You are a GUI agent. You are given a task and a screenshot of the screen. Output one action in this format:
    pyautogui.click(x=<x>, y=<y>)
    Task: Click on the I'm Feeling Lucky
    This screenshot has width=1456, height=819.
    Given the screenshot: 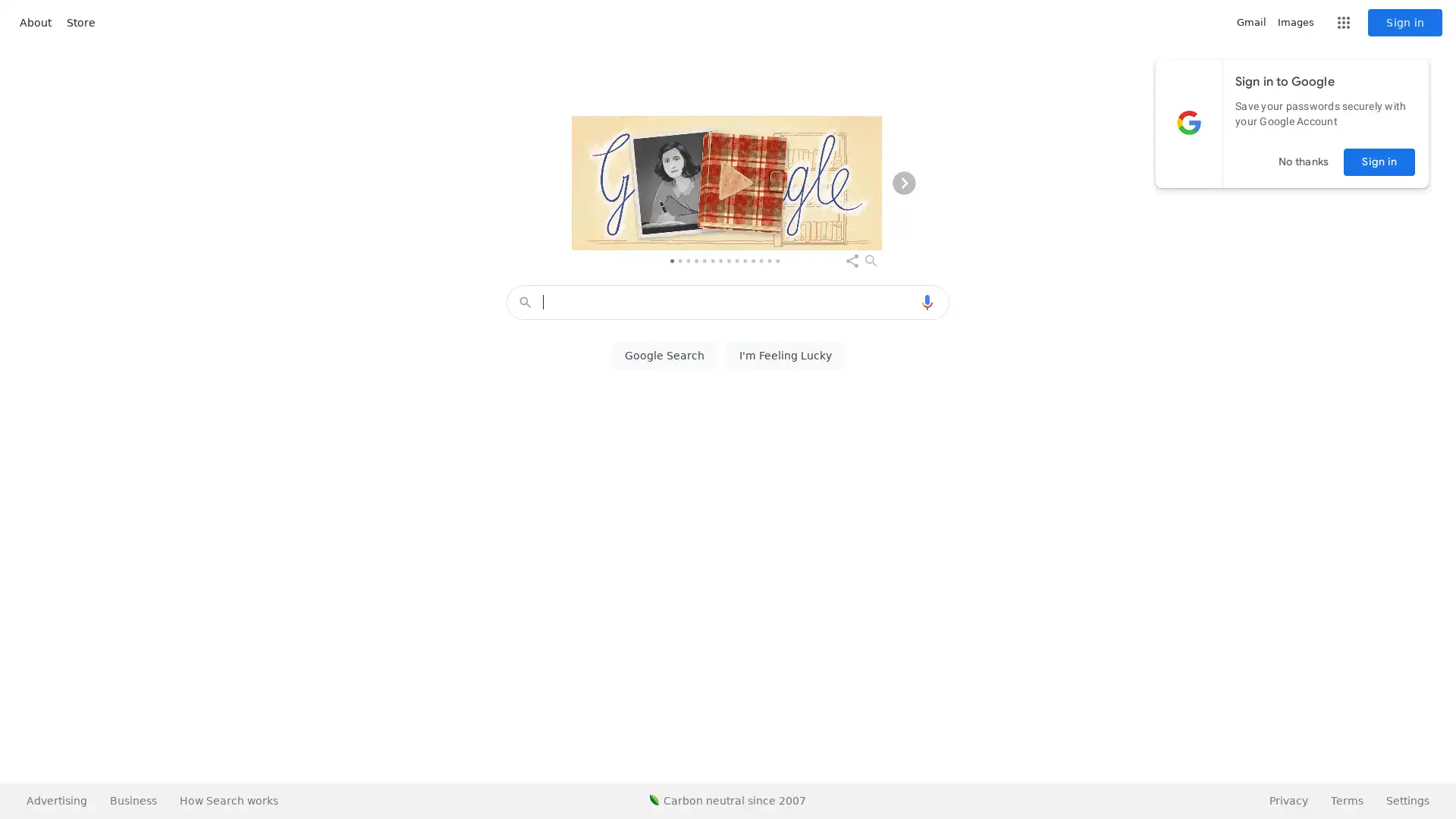 What is the action you would take?
    pyautogui.click(x=785, y=356)
    